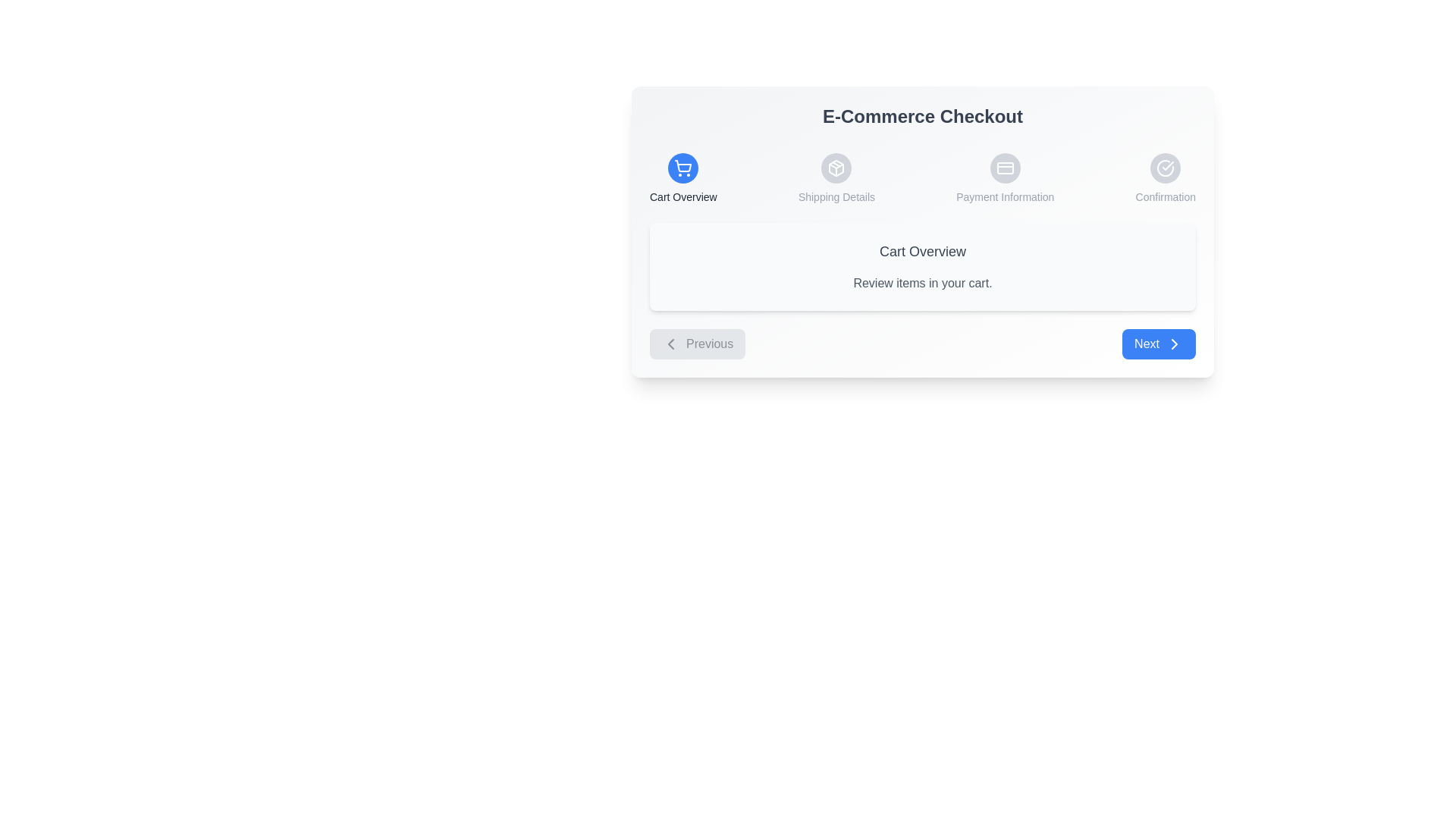  Describe the element at coordinates (836, 196) in the screenshot. I see `the text label reading 'Shipping Details'` at that location.